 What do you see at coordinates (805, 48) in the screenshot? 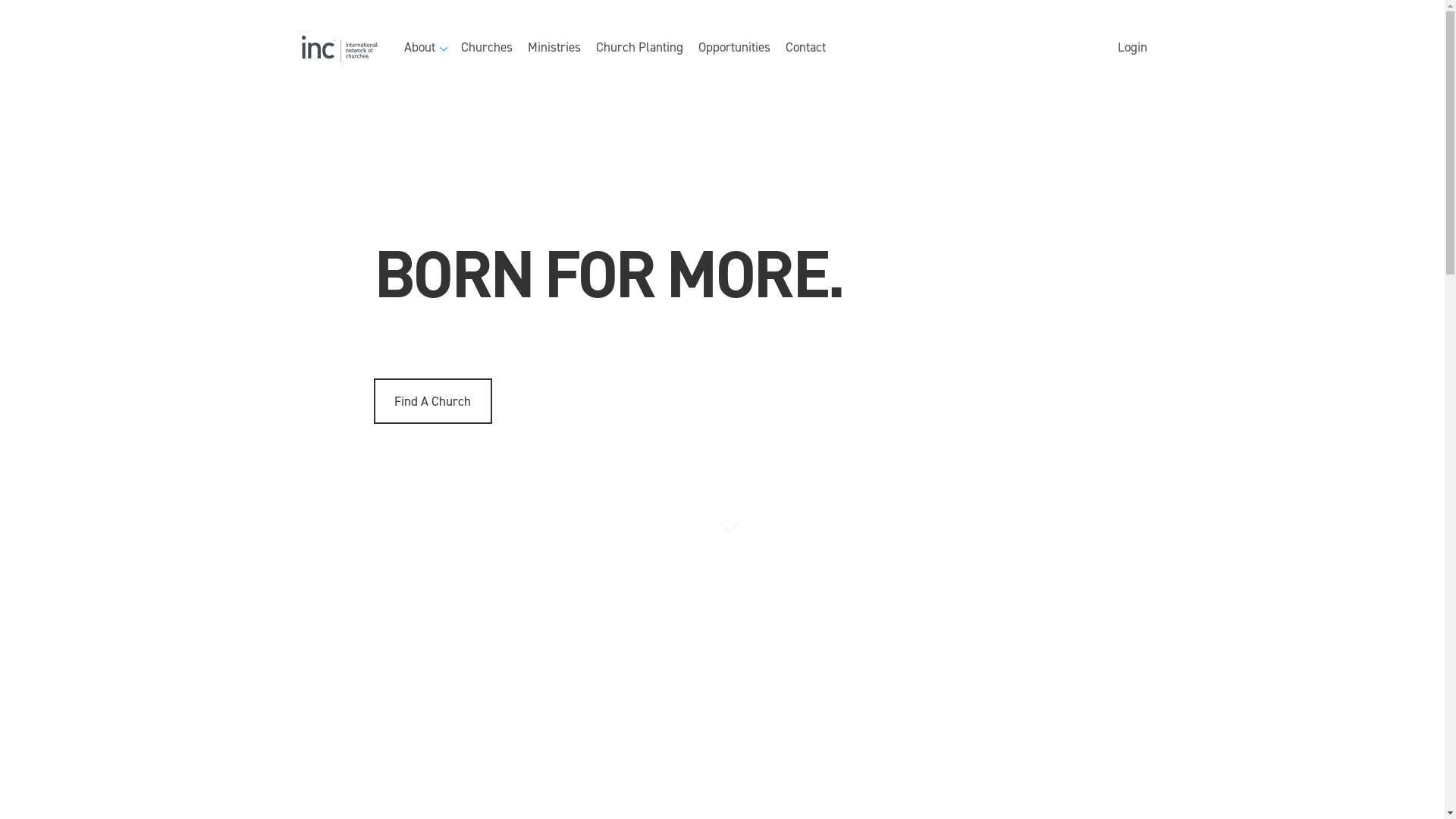
I see `'Contact'` at bounding box center [805, 48].